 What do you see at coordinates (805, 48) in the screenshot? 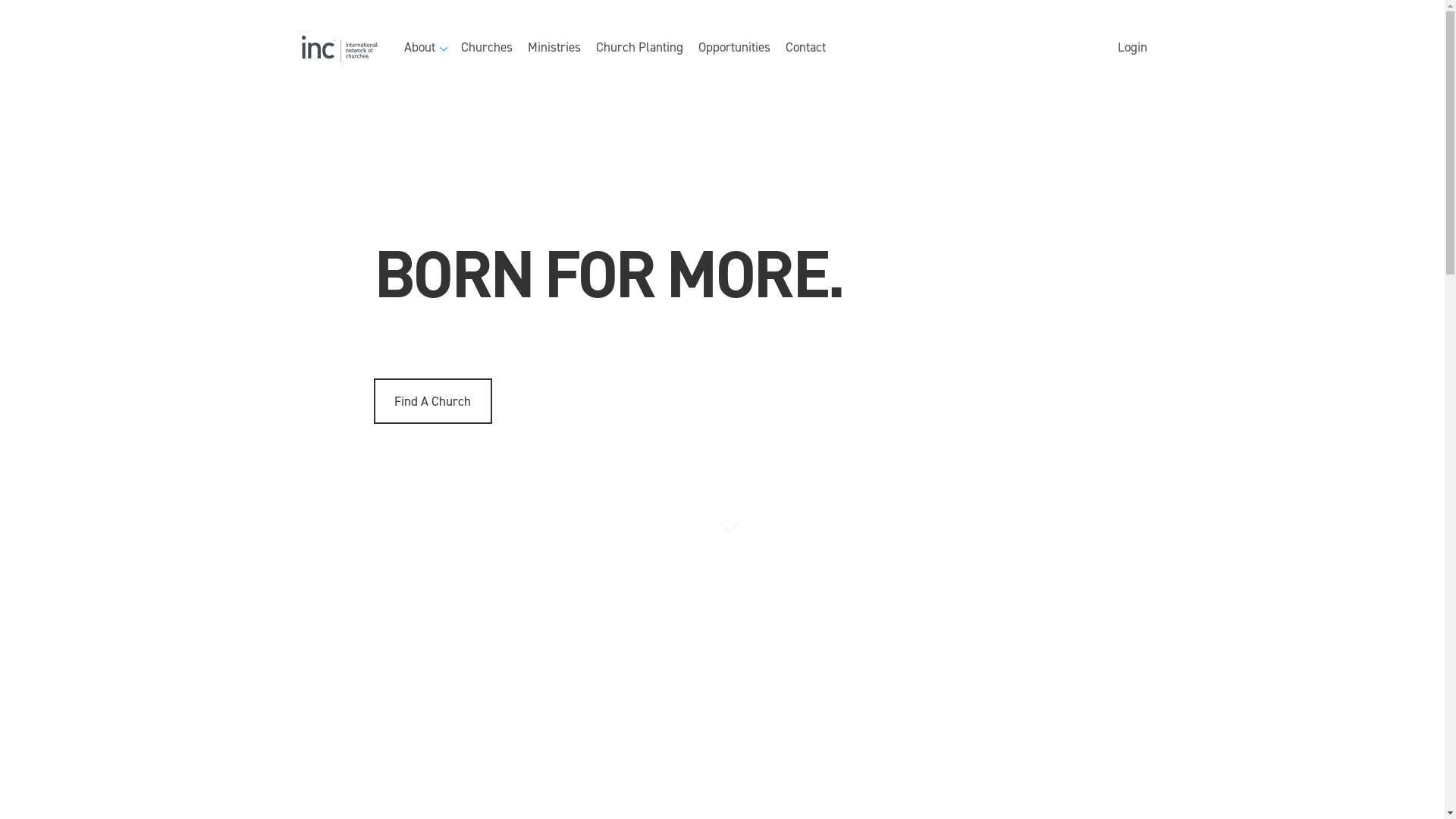
I see `'Contact'` at bounding box center [805, 48].